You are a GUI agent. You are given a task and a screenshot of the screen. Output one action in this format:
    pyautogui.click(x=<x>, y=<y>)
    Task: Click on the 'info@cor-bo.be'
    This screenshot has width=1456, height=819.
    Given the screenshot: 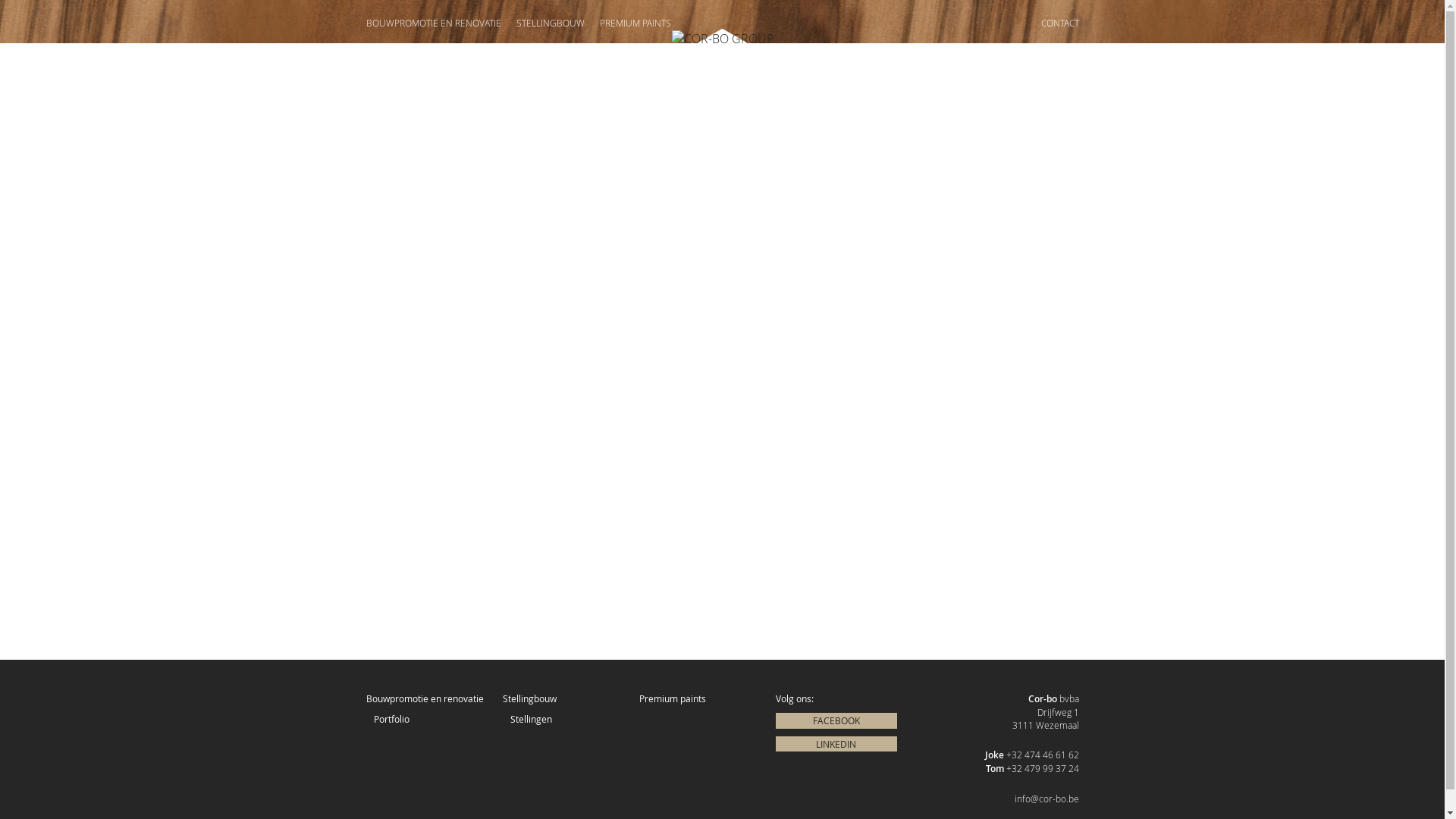 What is the action you would take?
    pyautogui.click(x=1015, y=798)
    